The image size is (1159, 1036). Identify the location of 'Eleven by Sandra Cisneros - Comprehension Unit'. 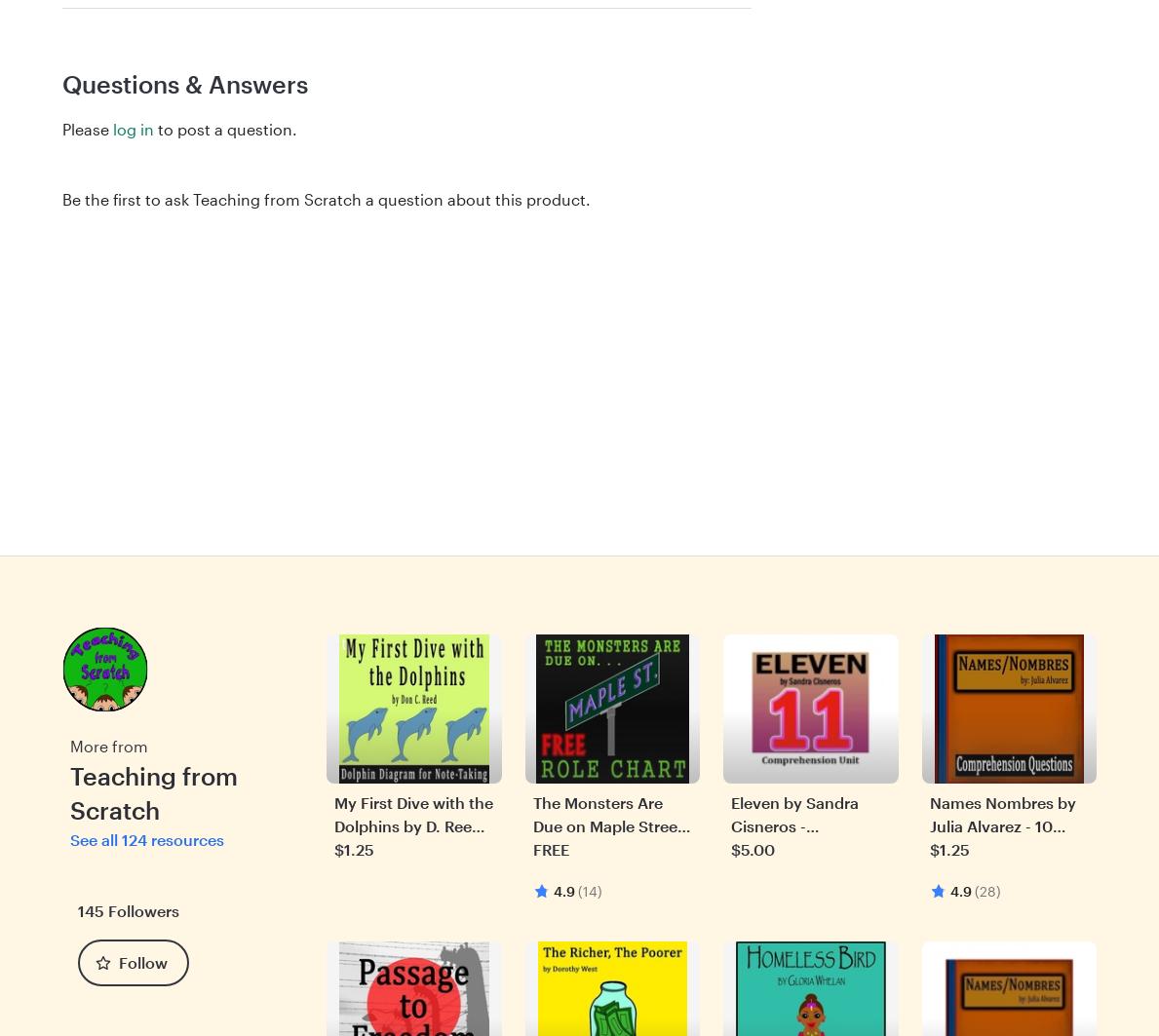
(807, 824).